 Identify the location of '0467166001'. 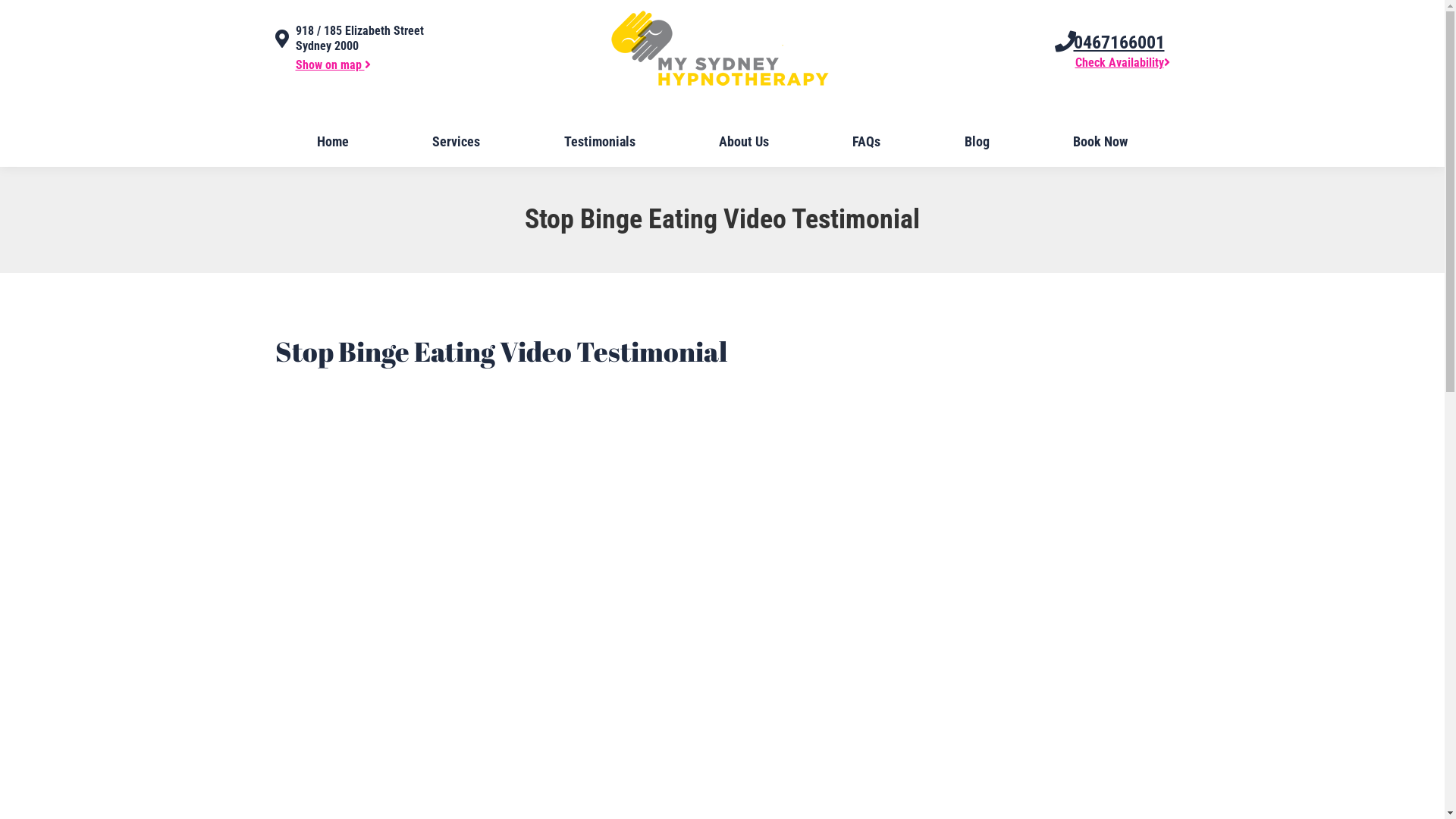
(1073, 42).